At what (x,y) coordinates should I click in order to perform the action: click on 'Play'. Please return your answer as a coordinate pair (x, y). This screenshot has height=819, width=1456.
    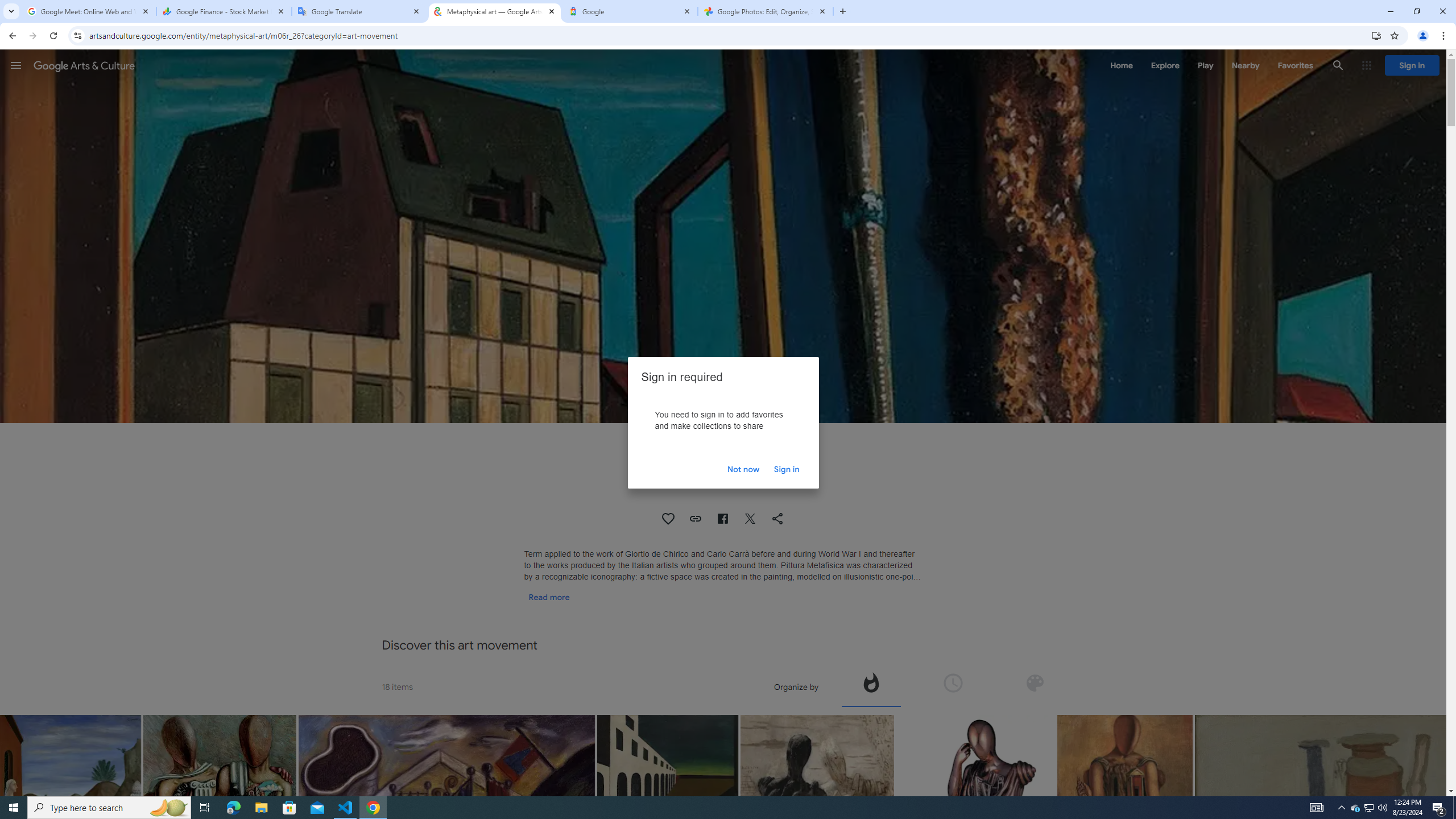
    Looking at the image, I should click on (1205, 65).